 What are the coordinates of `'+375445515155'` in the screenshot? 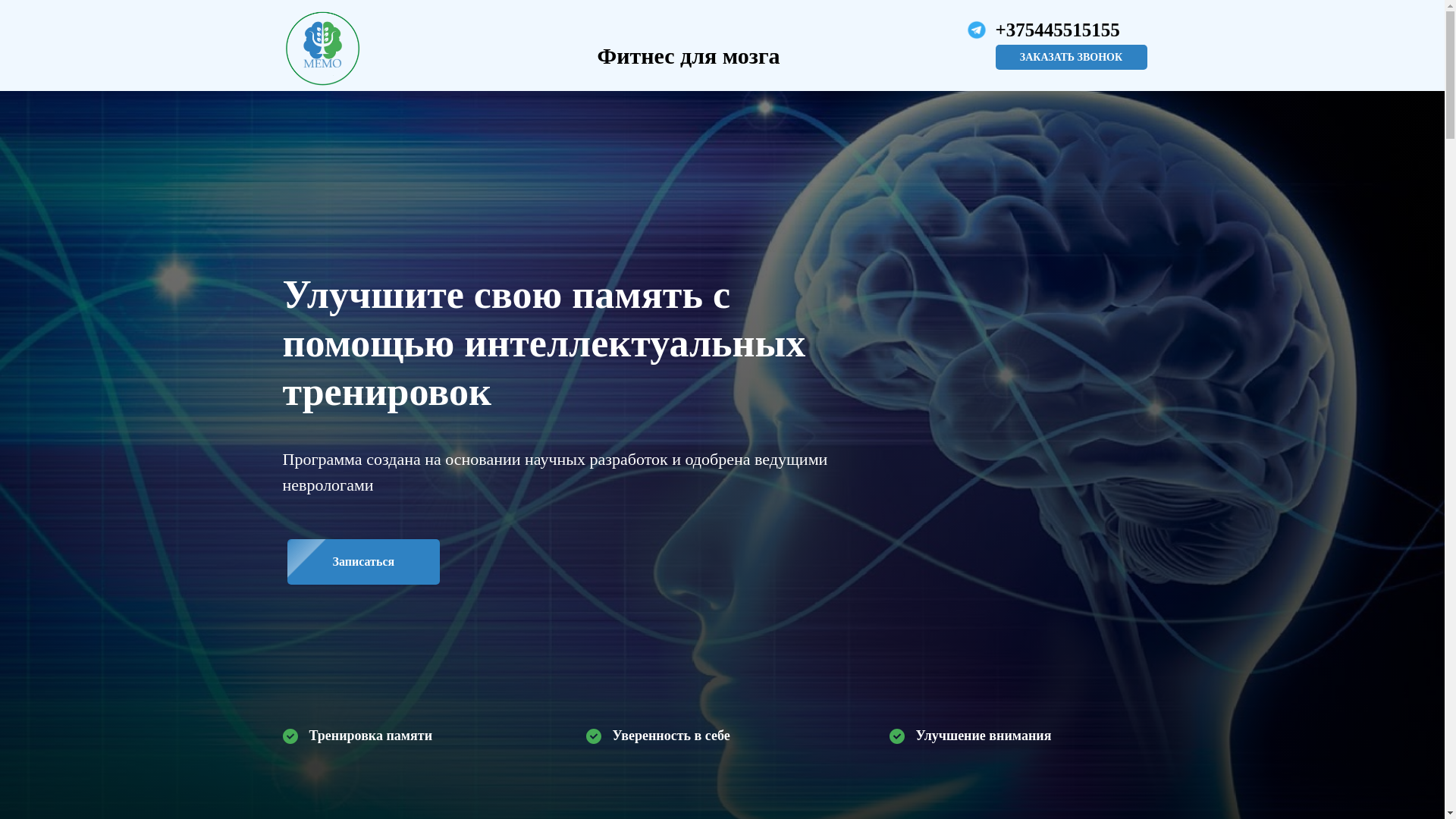 It's located at (1056, 30).